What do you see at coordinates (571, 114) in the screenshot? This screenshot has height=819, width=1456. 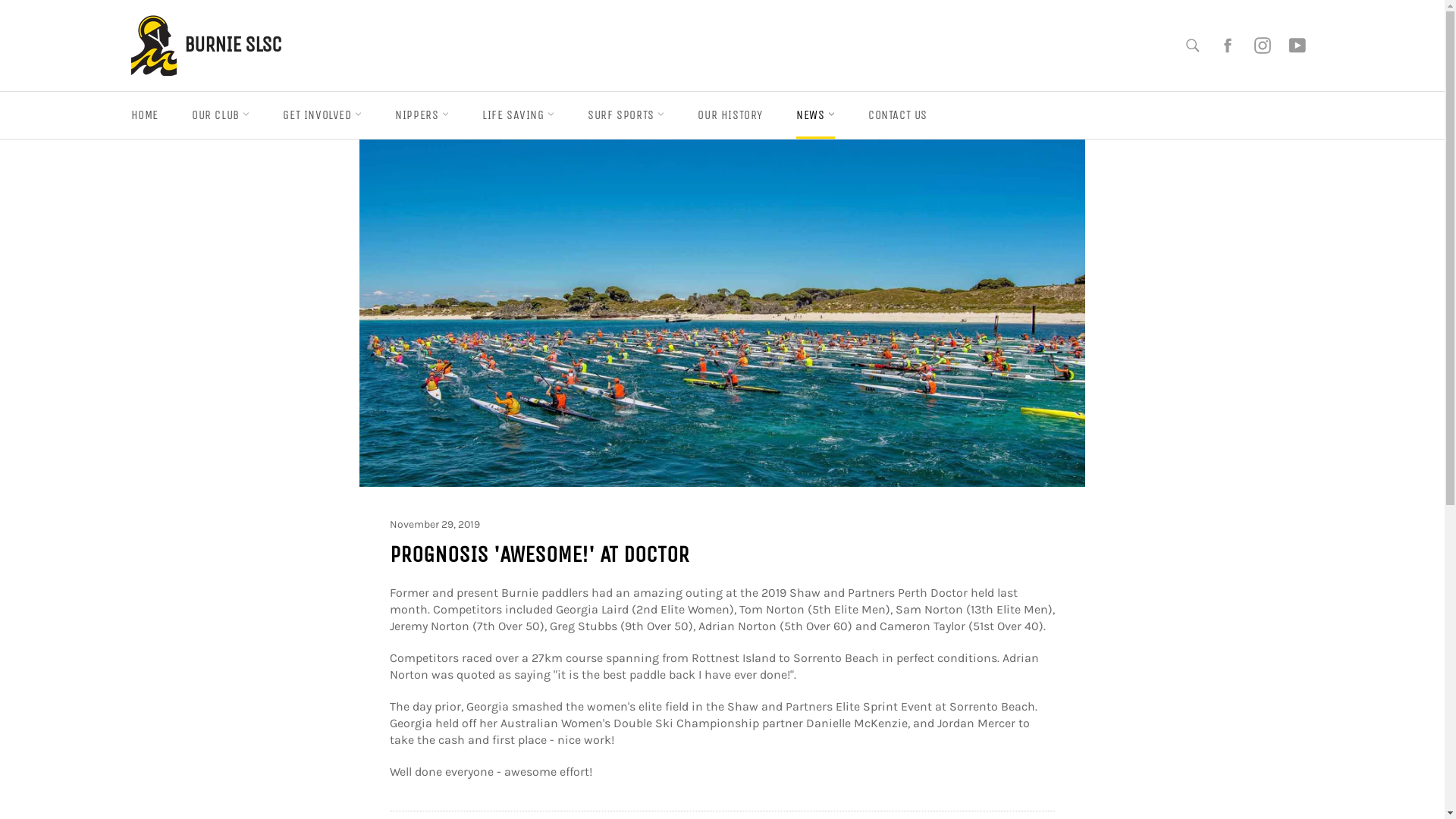 I see `'SURF SPORTS'` at bounding box center [571, 114].